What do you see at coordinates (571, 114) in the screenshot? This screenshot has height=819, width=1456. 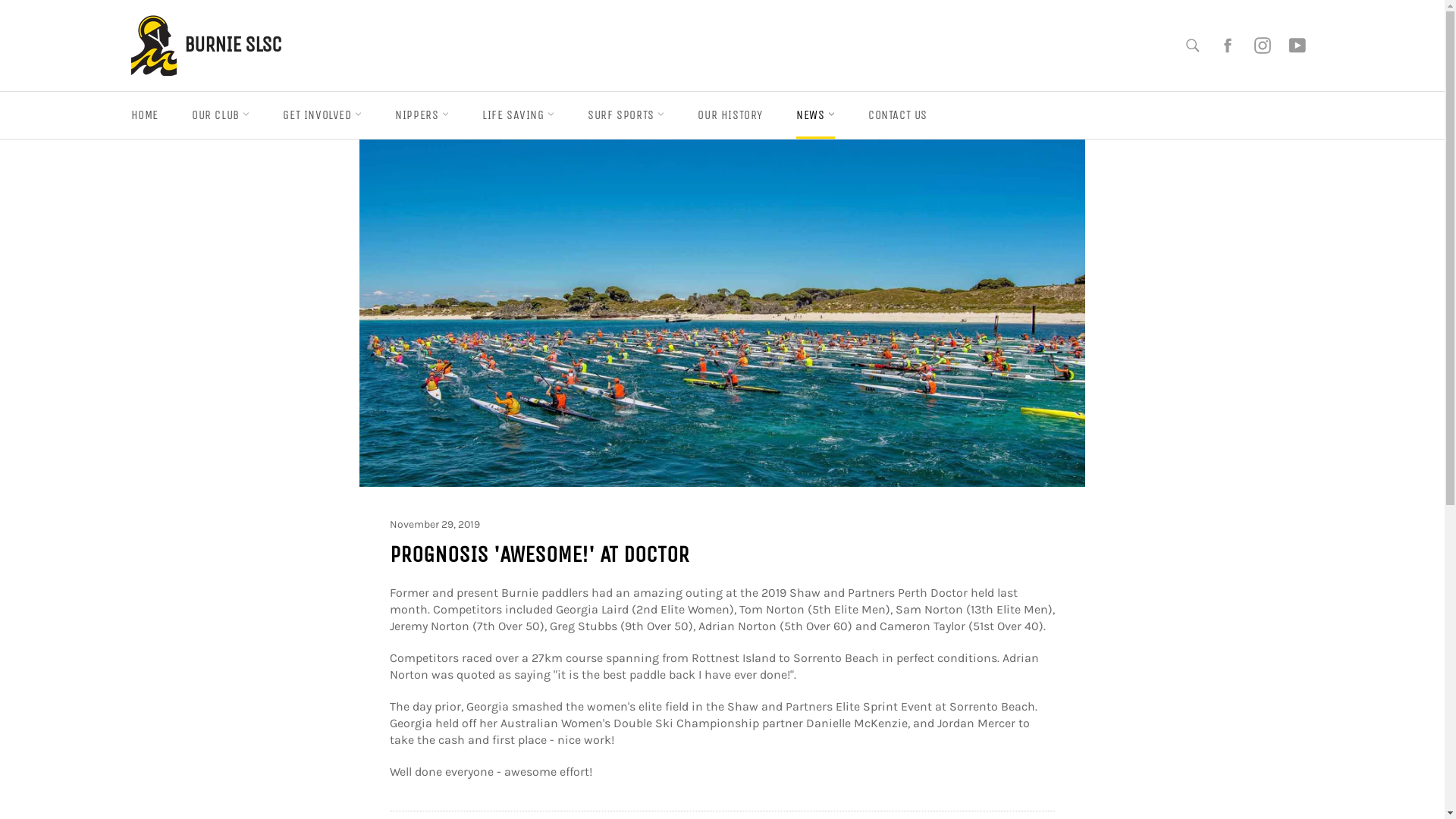 I see `'SURF SPORTS'` at bounding box center [571, 114].